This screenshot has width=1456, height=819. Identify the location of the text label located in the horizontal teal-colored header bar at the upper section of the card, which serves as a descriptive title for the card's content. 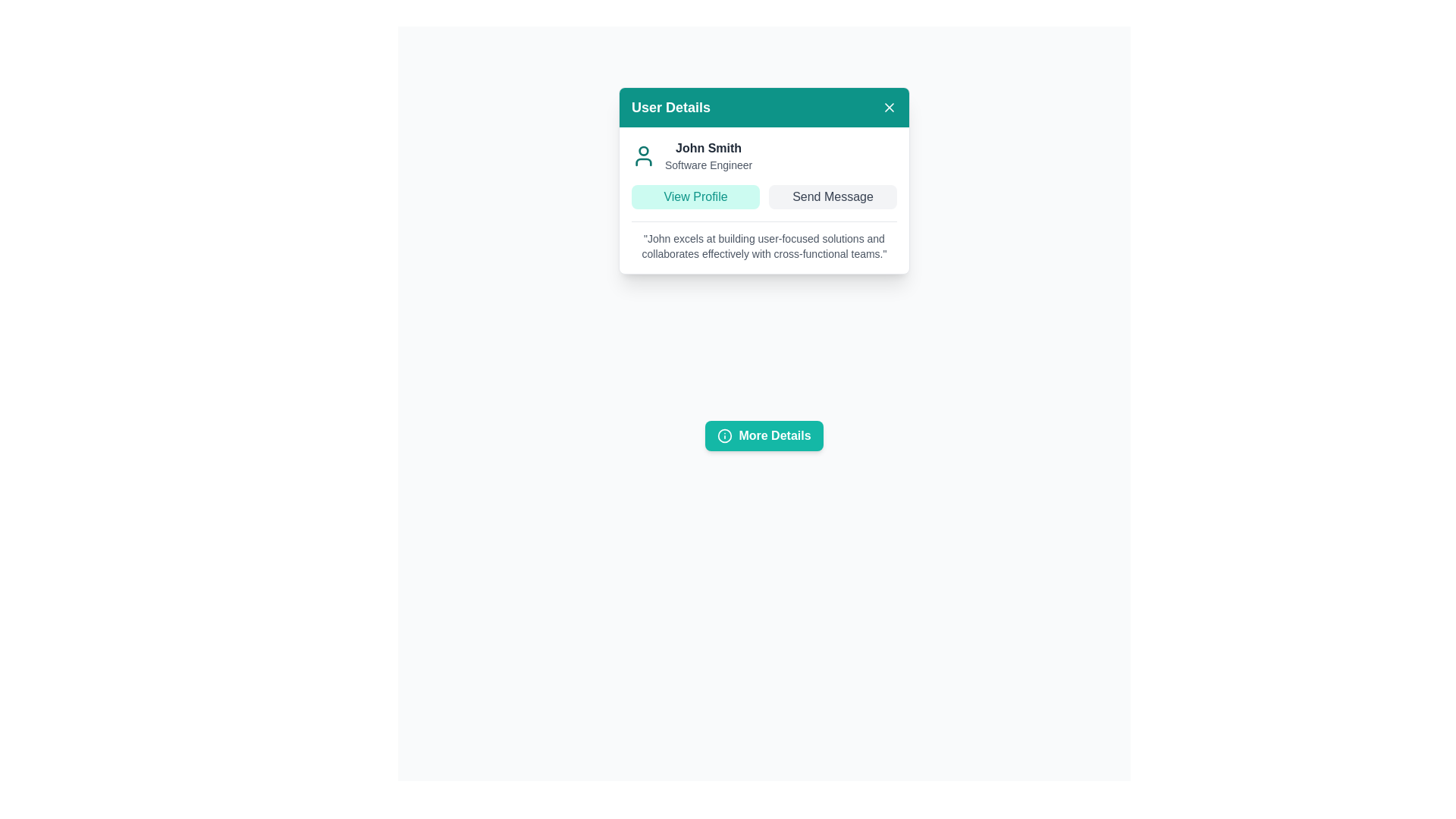
(670, 107).